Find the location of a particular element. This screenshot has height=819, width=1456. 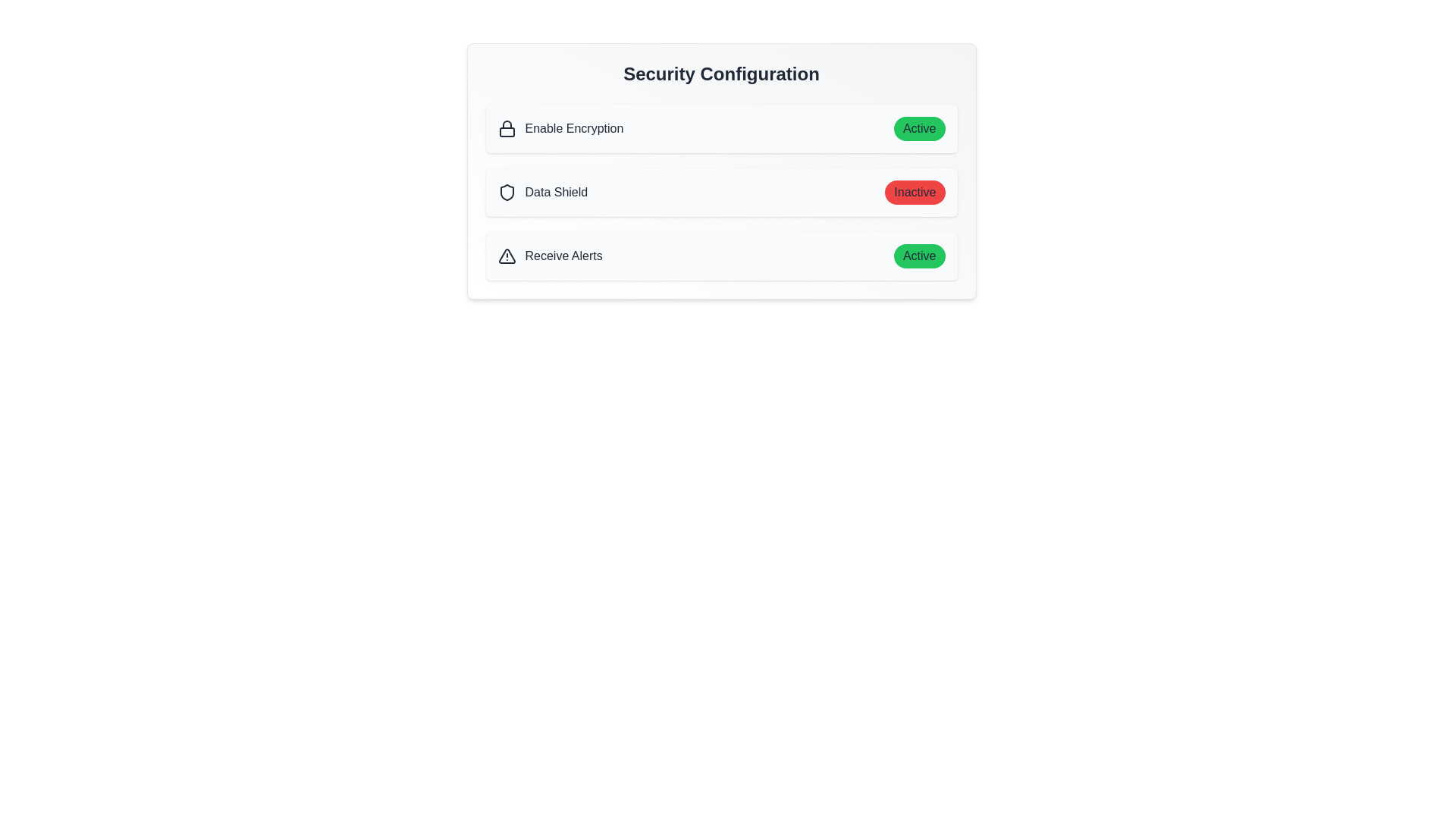

the third label with an icon in the 'Security Configuration' section, which describes a security feature and is adjacent to a green status label marked 'Active' is located at coordinates (549, 256).